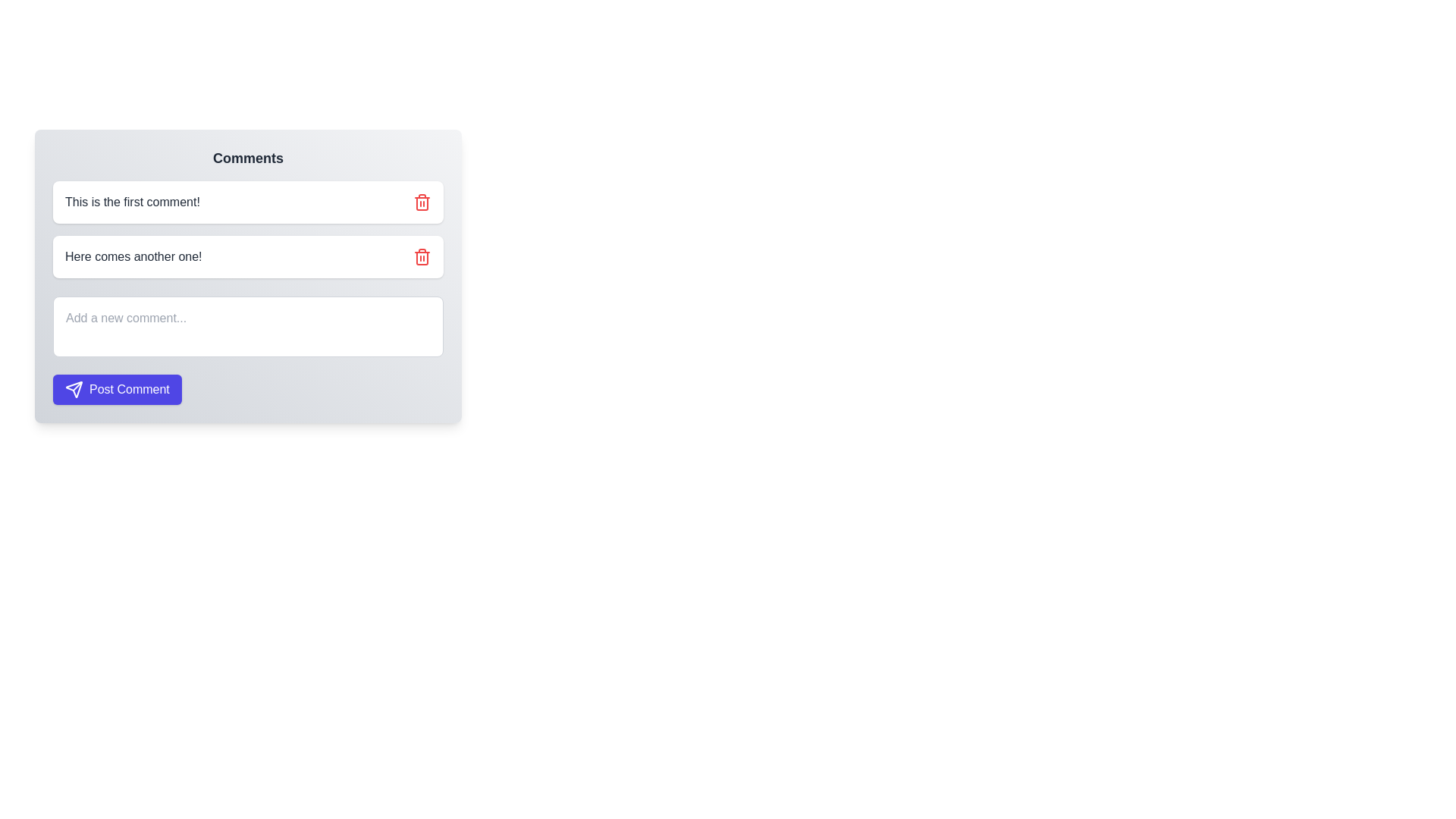 The height and width of the screenshot is (819, 1456). What do you see at coordinates (73, 388) in the screenshot?
I see `the outlined paper plane icon button labeled 'Post Comment' located in the comments section to initiate an action` at bounding box center [73, 388].